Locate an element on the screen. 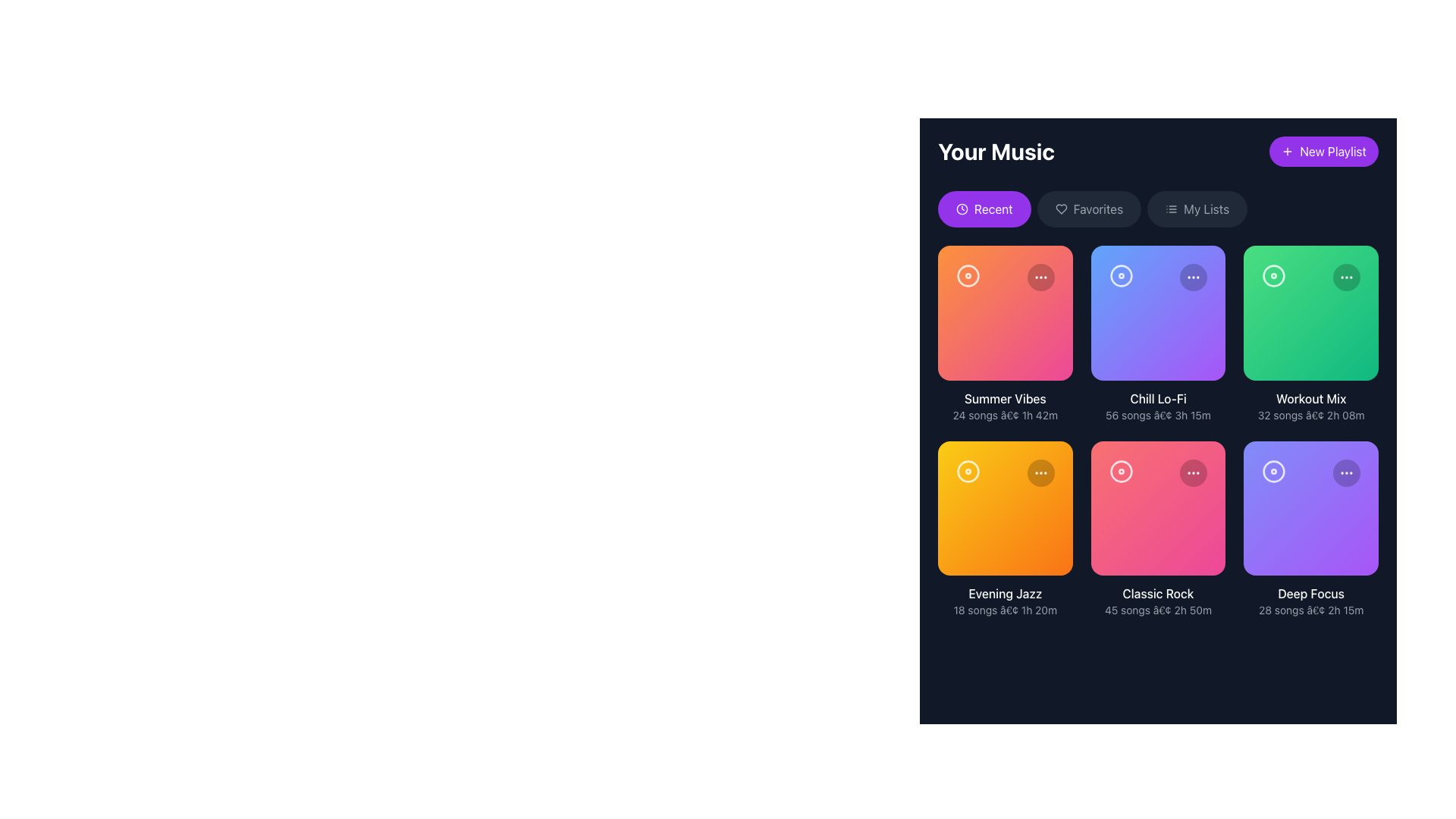  the small icon representing a list with three horizontal lines, located to the left of the 'My Lists' text in the rounded rectangular button at the top section of the layout is located at coordinates (1171, 209).